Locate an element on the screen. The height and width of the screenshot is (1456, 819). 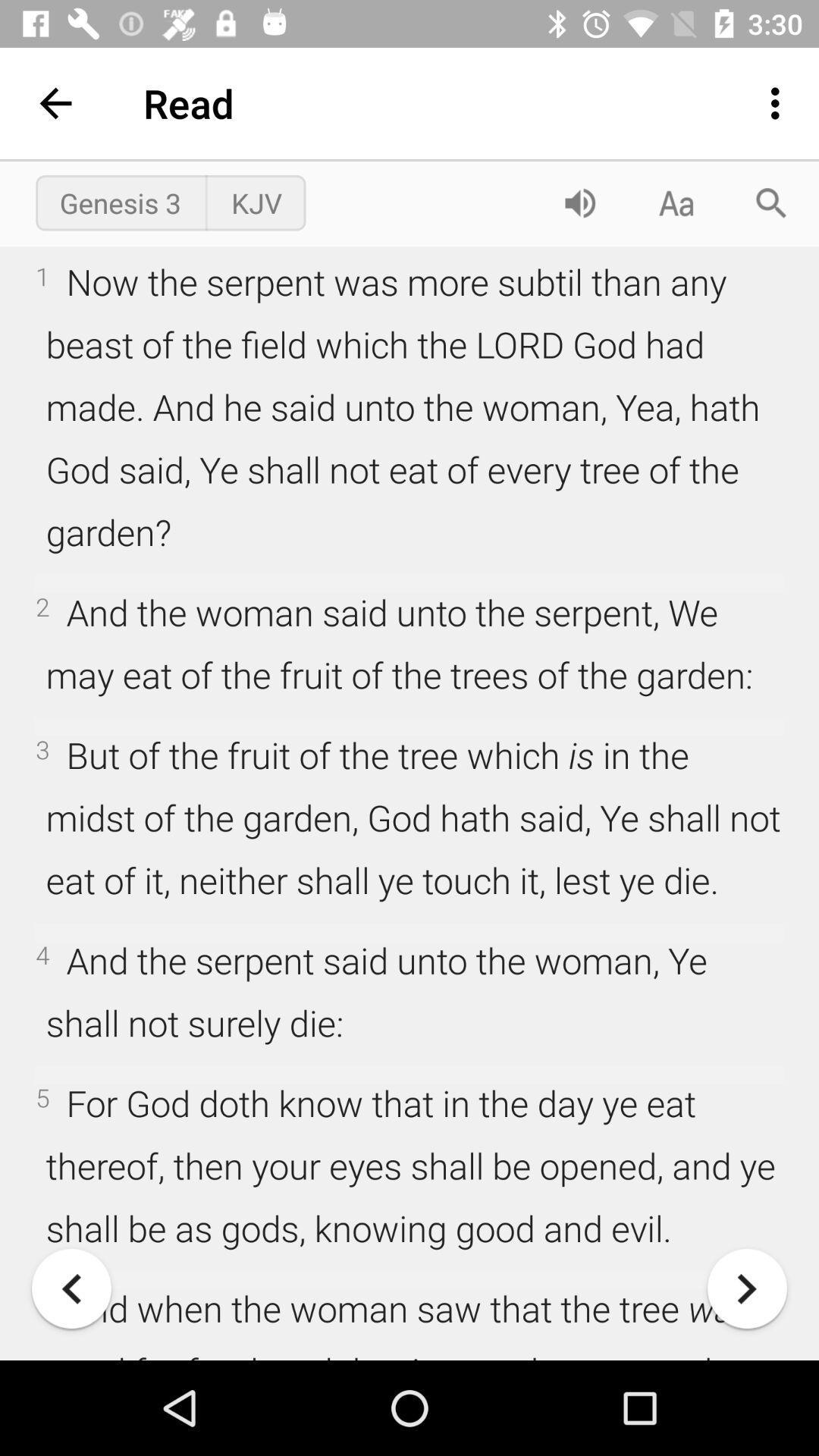
the arrow_forward icon is located at coordinates (746, 1288).